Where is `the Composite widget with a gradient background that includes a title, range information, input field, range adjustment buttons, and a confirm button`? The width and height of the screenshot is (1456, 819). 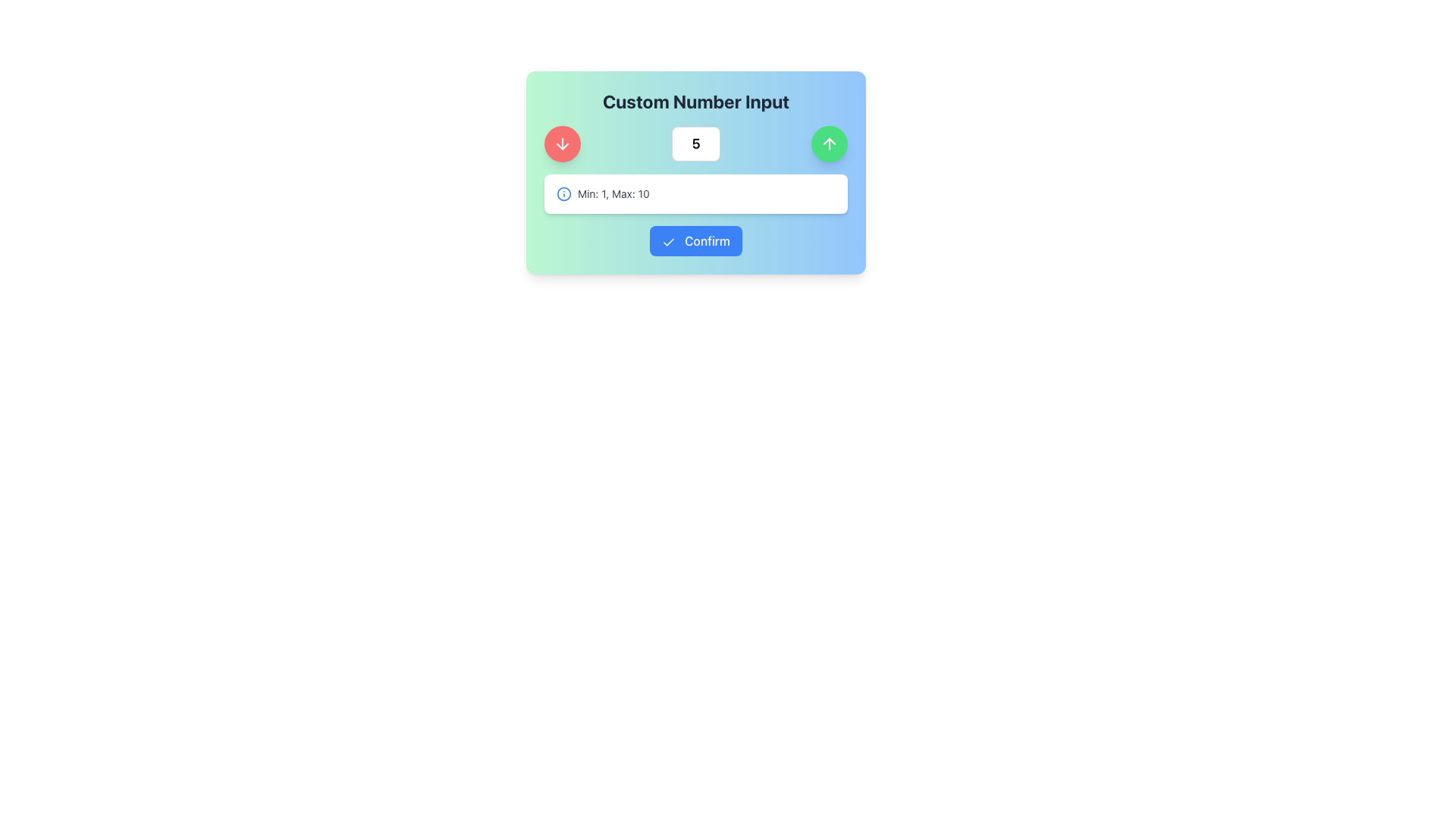 the Composite widget with a gradient background that includes a title, range information, input field, range adjustment buttons, and a confirm button is located at coordinates (695, 171).